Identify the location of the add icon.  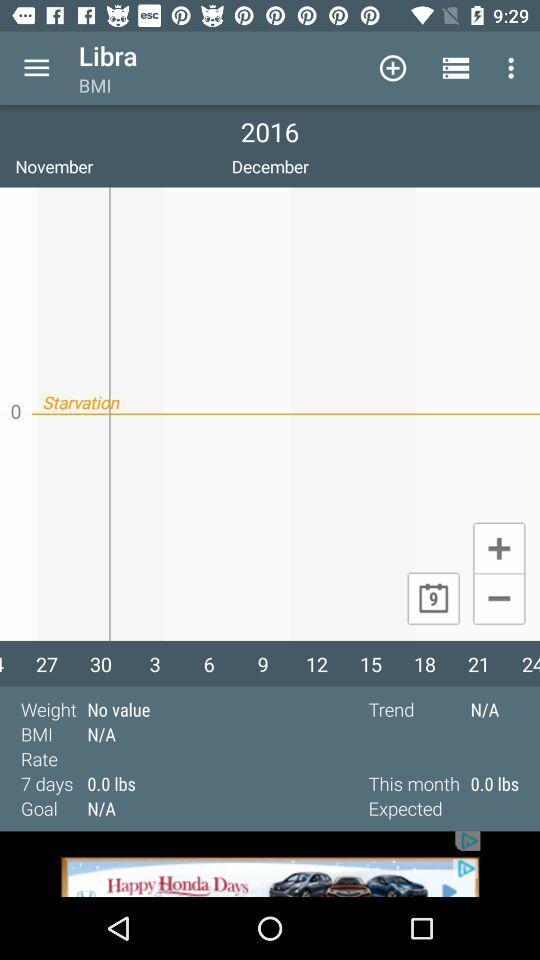
(498, 547).